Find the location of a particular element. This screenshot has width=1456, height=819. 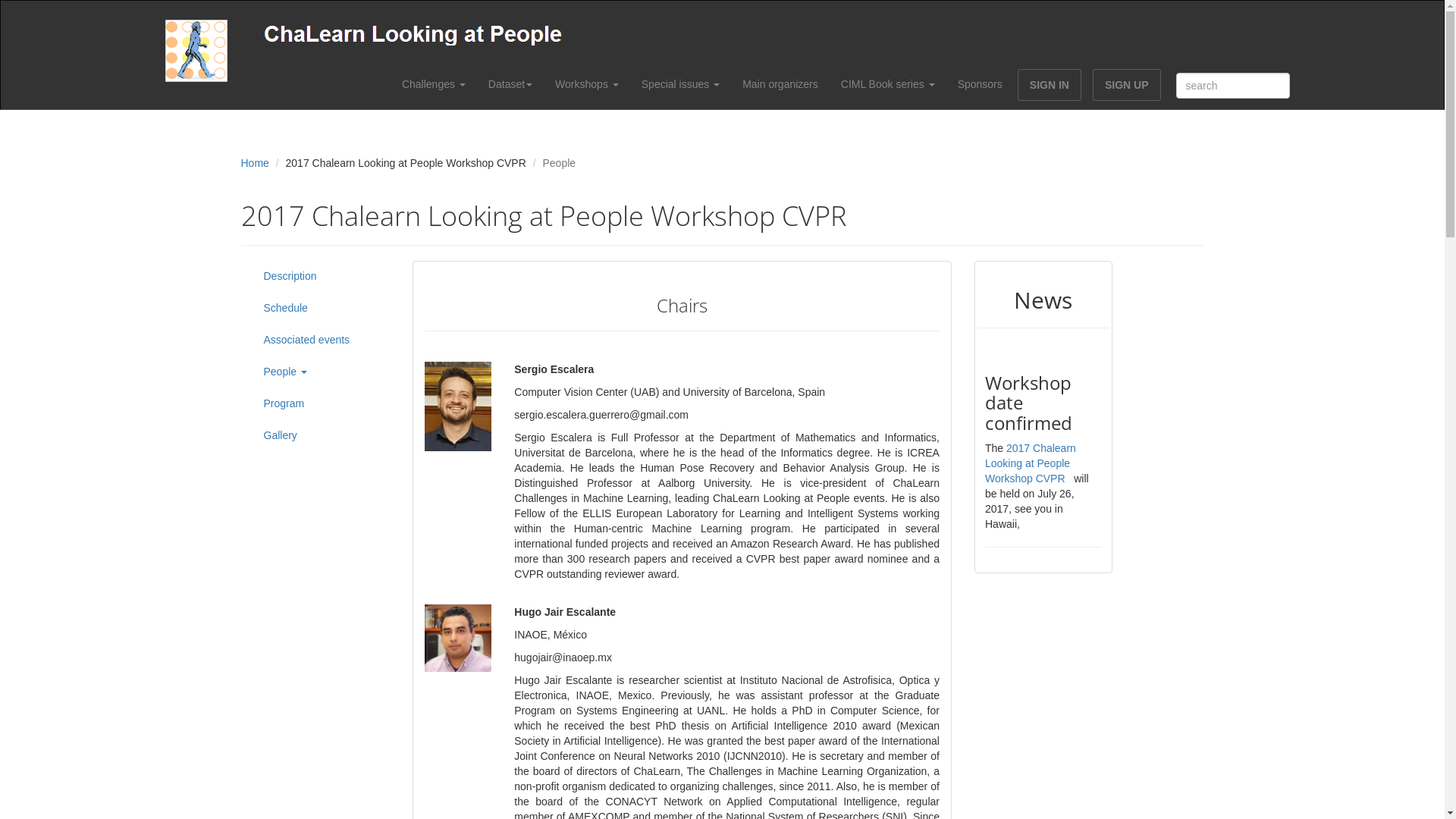

'Challenges' is located at coordinates (432, 84).